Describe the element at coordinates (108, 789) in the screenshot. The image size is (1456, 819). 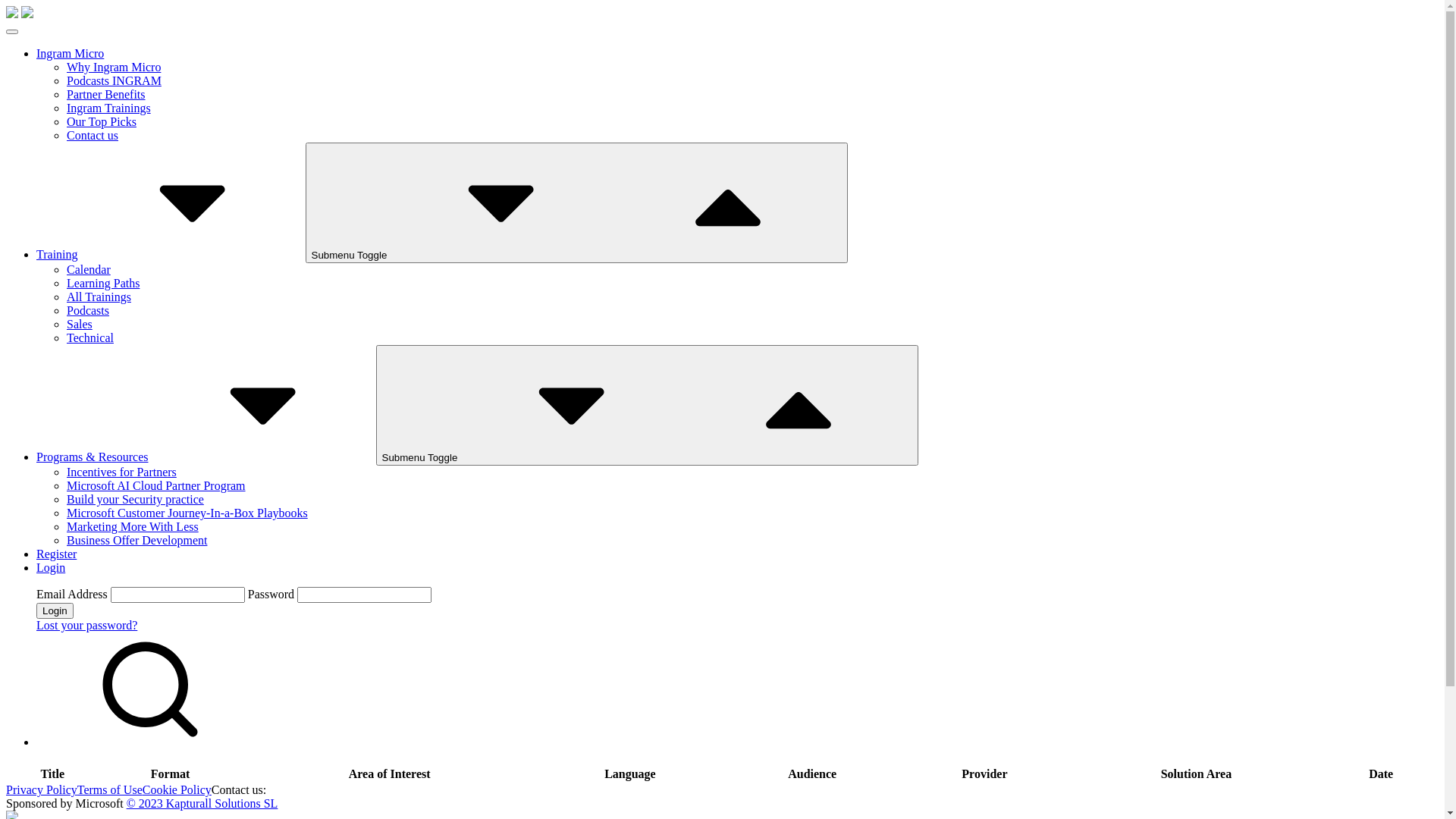
I see `'Terms of Use'` at that location.